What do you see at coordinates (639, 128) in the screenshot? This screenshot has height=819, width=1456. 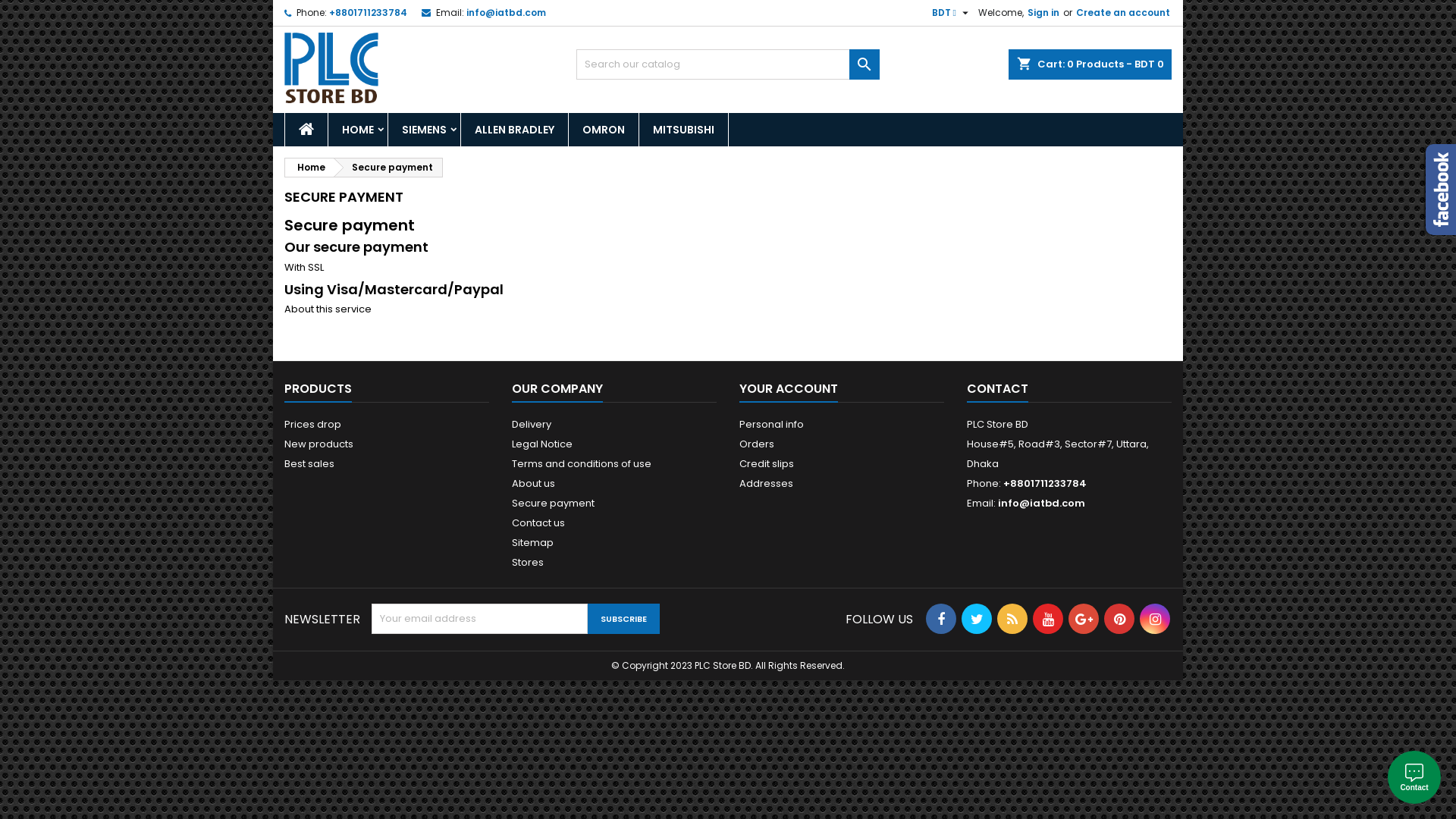 I see `'MITSUBISHI'` at bounding box center [639, 128].